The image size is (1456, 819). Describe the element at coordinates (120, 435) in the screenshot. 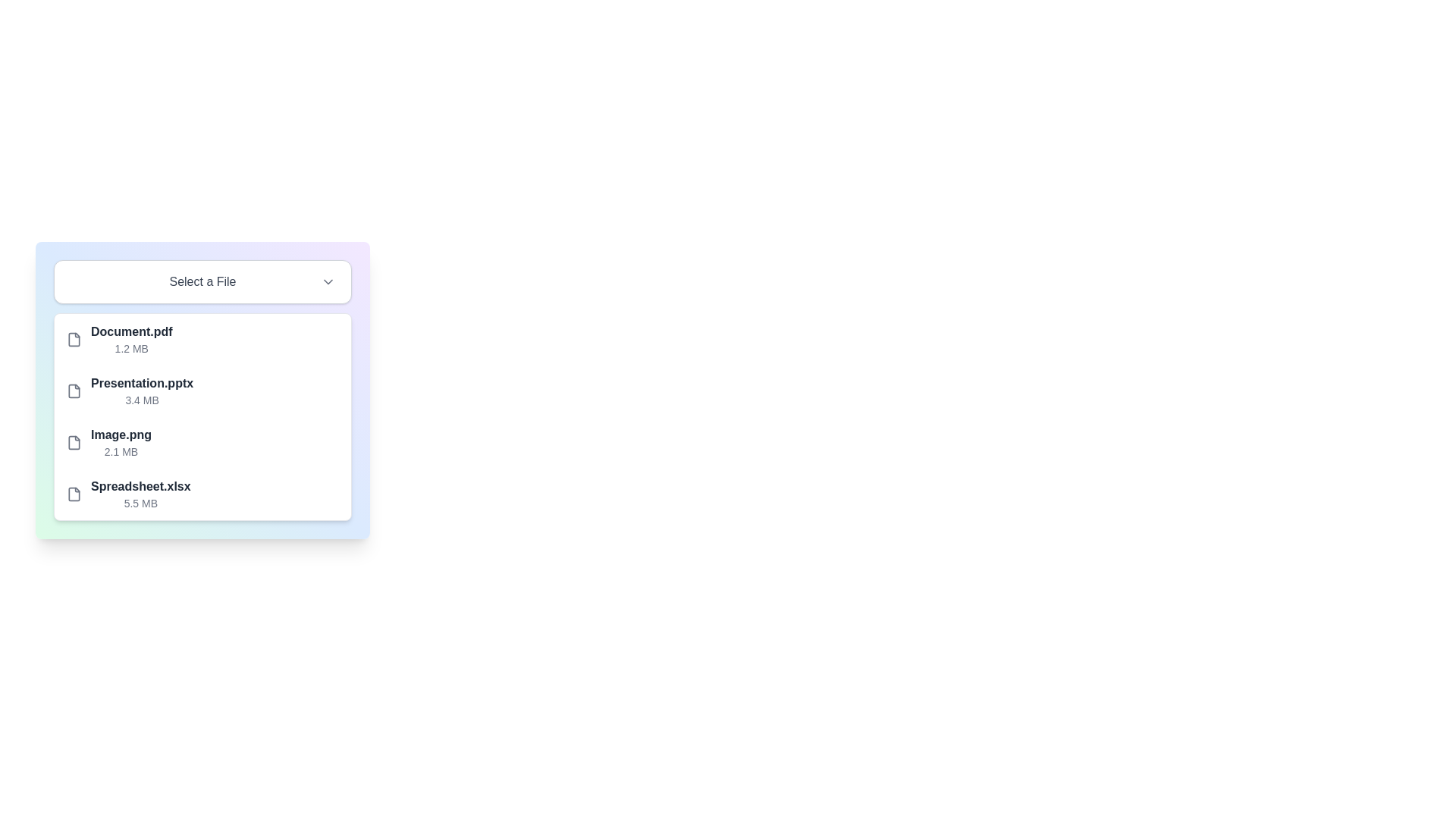

I see `file name displayed in the text label at the top of the third list item in the file selection interface` at that location.